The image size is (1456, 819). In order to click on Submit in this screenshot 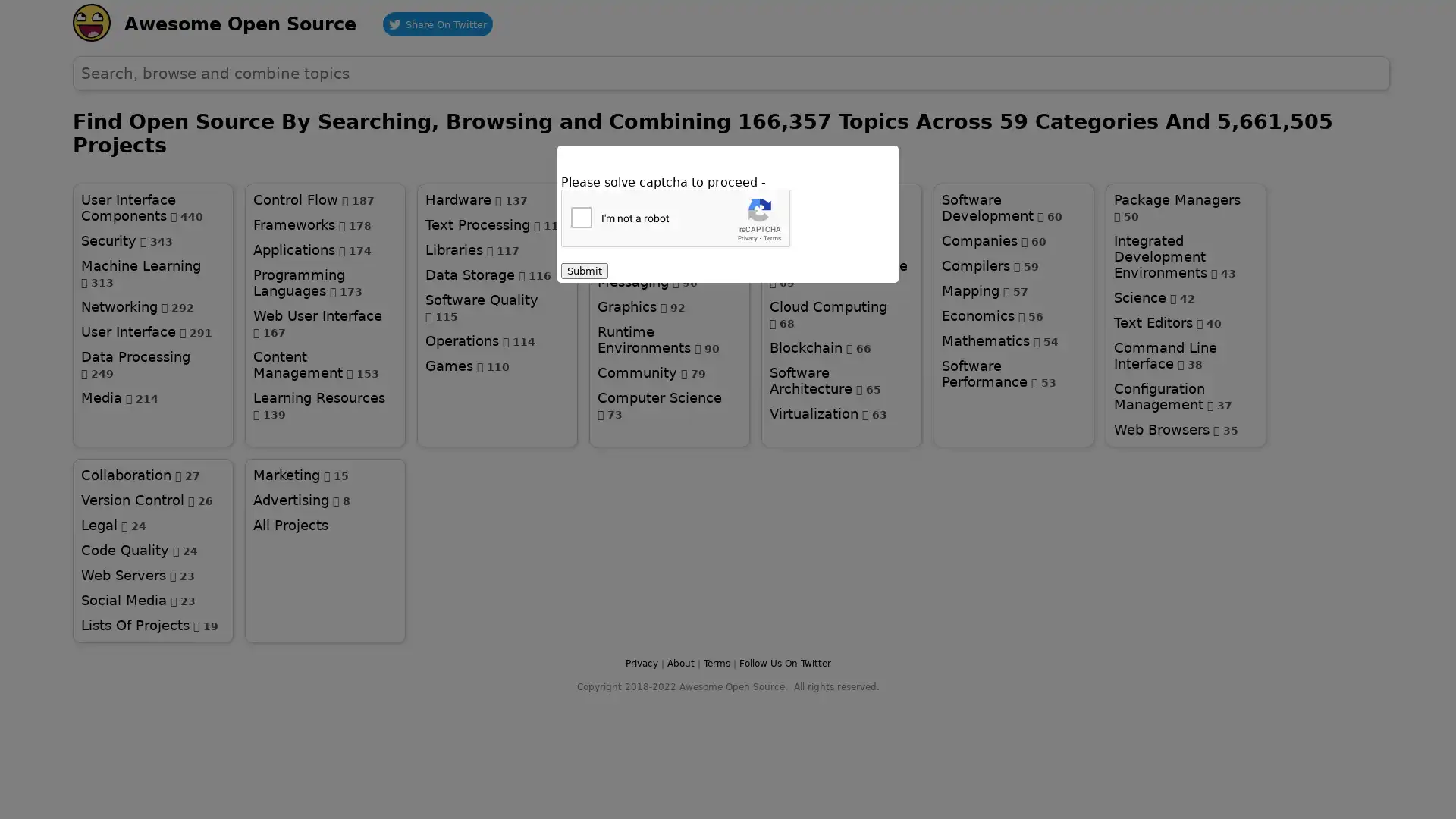, I will do `click(584, 270)`.